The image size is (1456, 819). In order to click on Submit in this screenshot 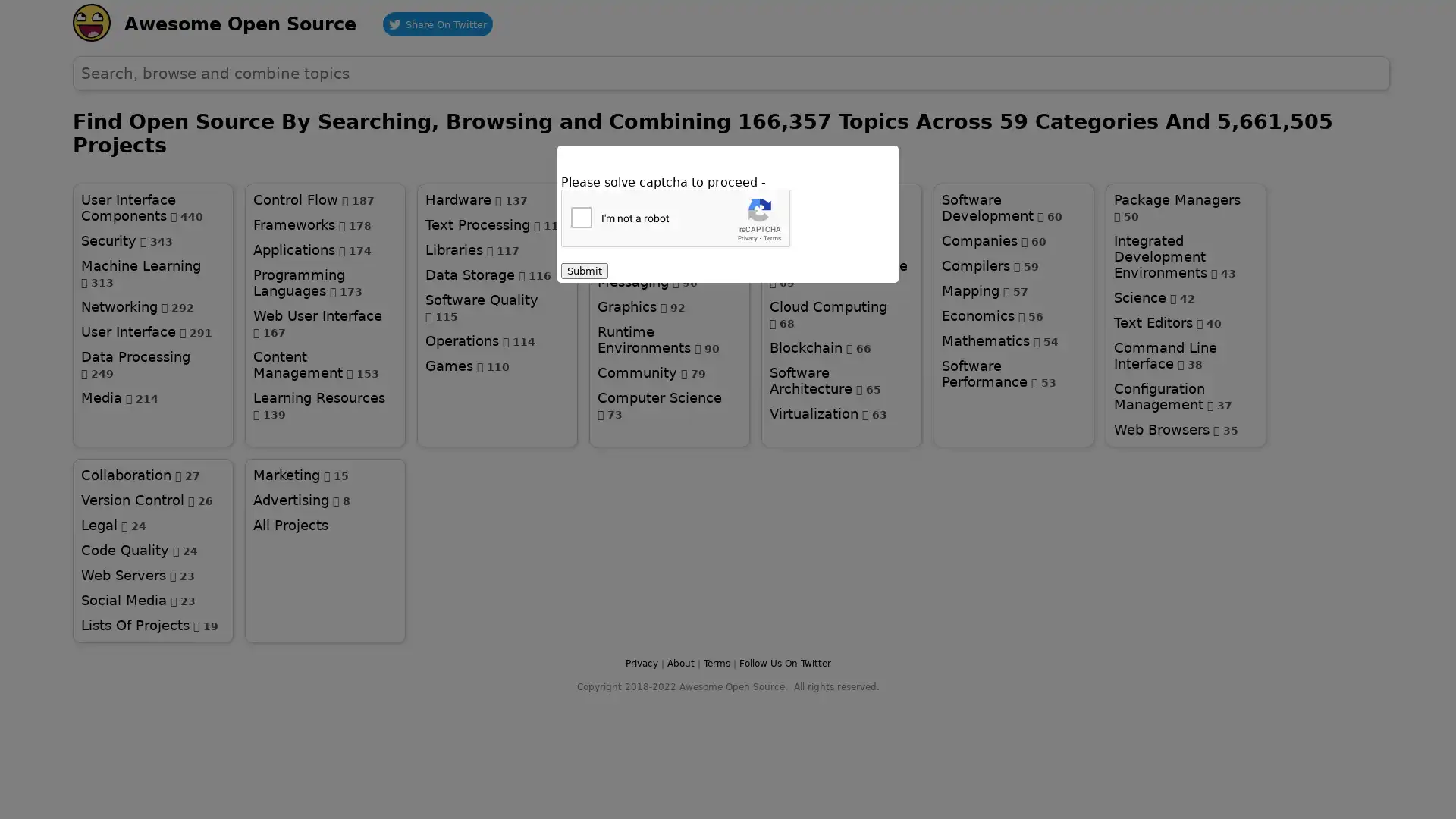, I will do `click(584, 270)`.